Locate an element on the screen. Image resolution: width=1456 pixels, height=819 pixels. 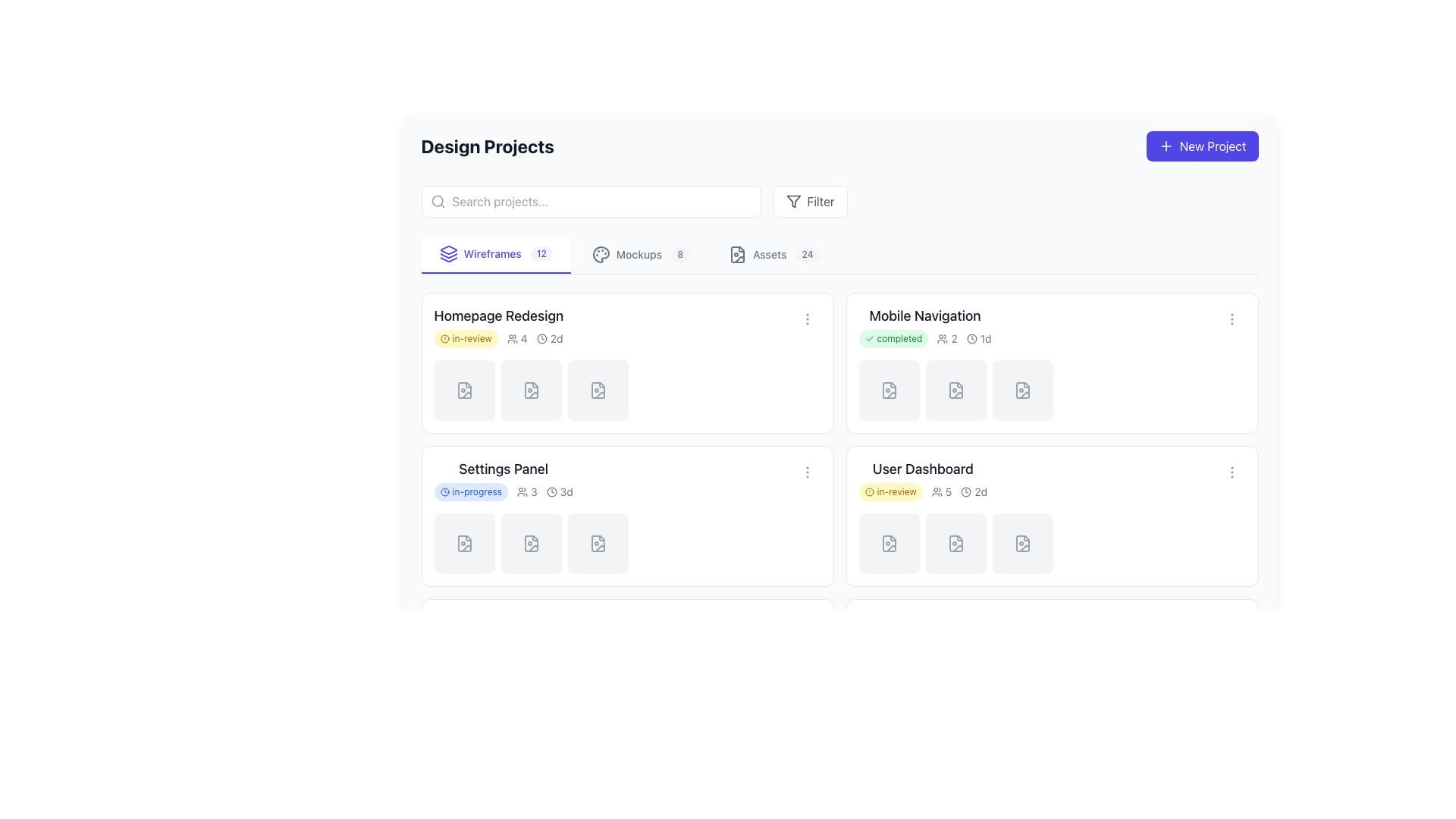
the icon representing a file or document related to the 'Mobile Navigation' project, which is located in the third position from the left in its row is located at coordinates (955, 390).